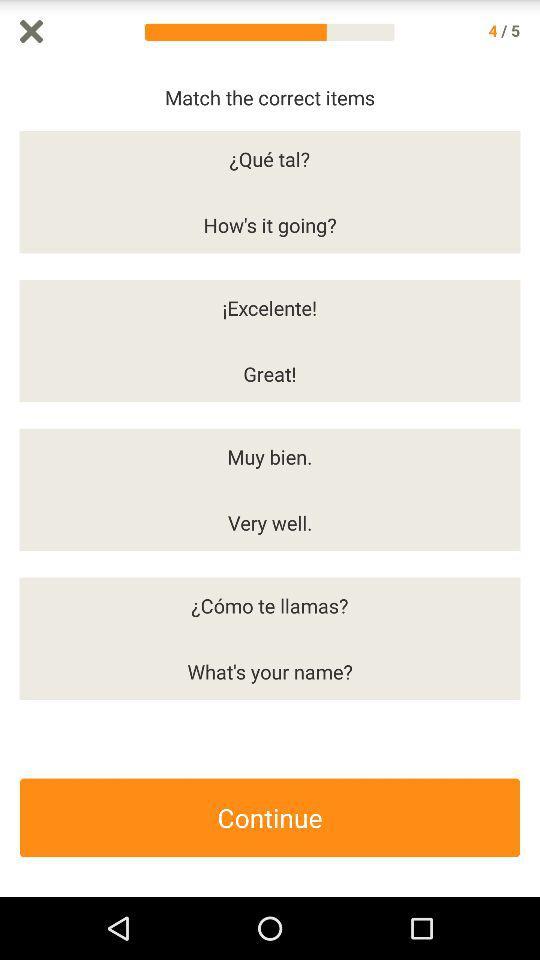 The height and width of the screenshot is (960, 540). I want to click on the continue item, so click(270, 817).